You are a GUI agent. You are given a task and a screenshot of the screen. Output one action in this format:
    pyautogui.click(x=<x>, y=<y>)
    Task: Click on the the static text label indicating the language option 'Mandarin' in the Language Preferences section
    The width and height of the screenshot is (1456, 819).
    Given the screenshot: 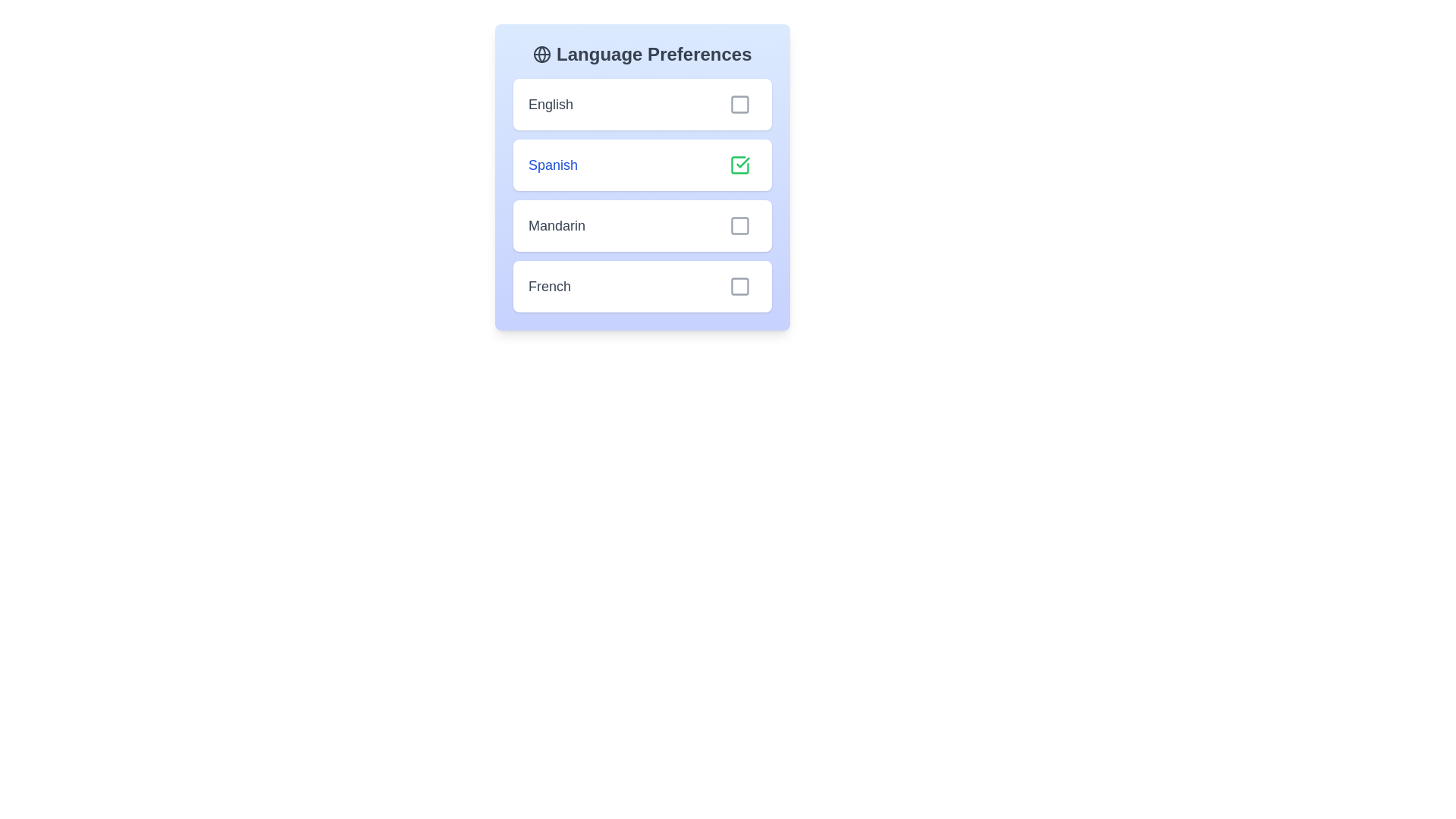 What is the action you would take?
    pyautogui.click(x=556, y=225)
    